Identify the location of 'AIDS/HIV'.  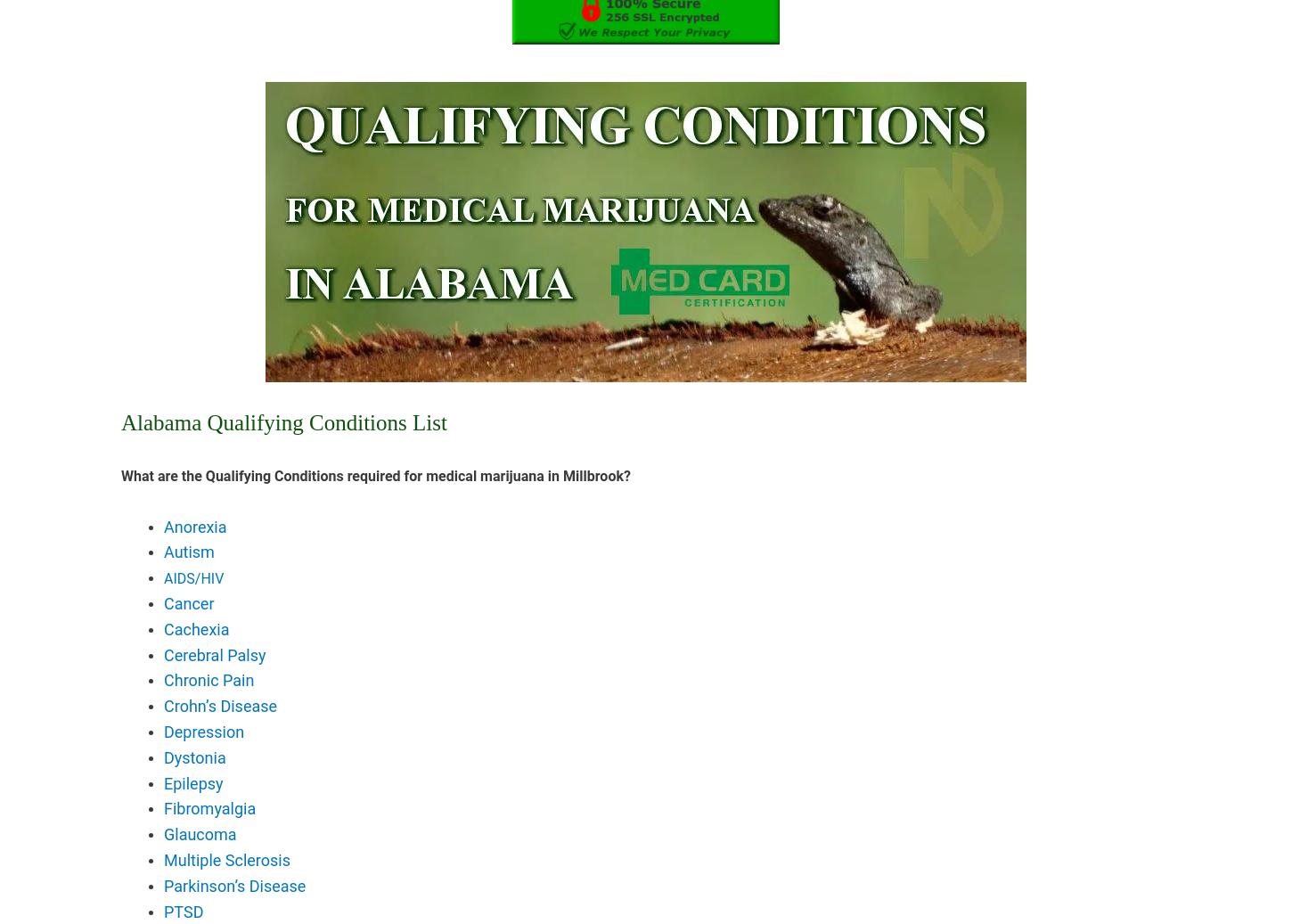
(192, 578).